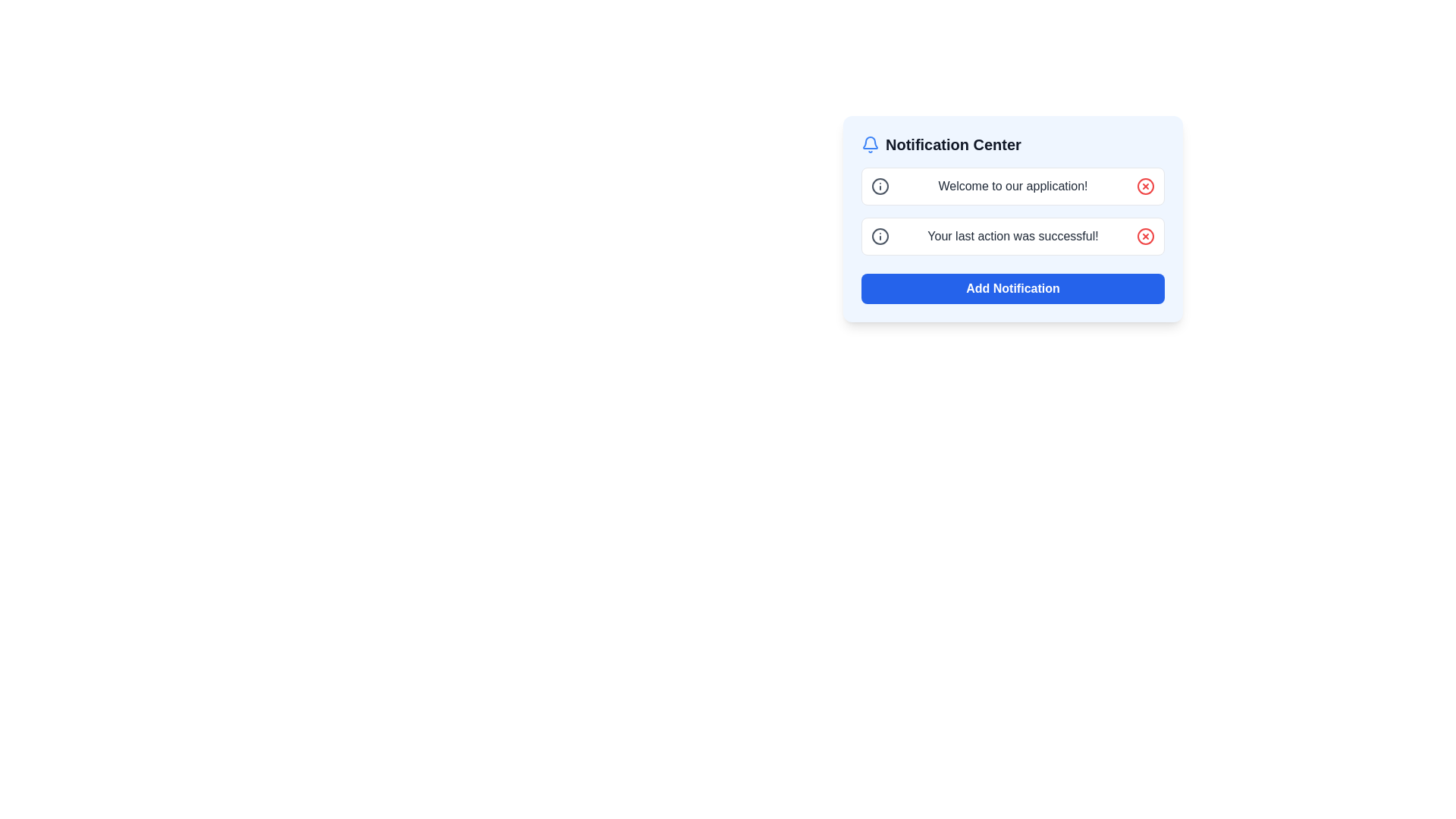 The image size is (1456, 819). I want to click on displayed notification message from the second notification in the notification panel, which indicates the success of the user's recent action, so click(1012, 219).